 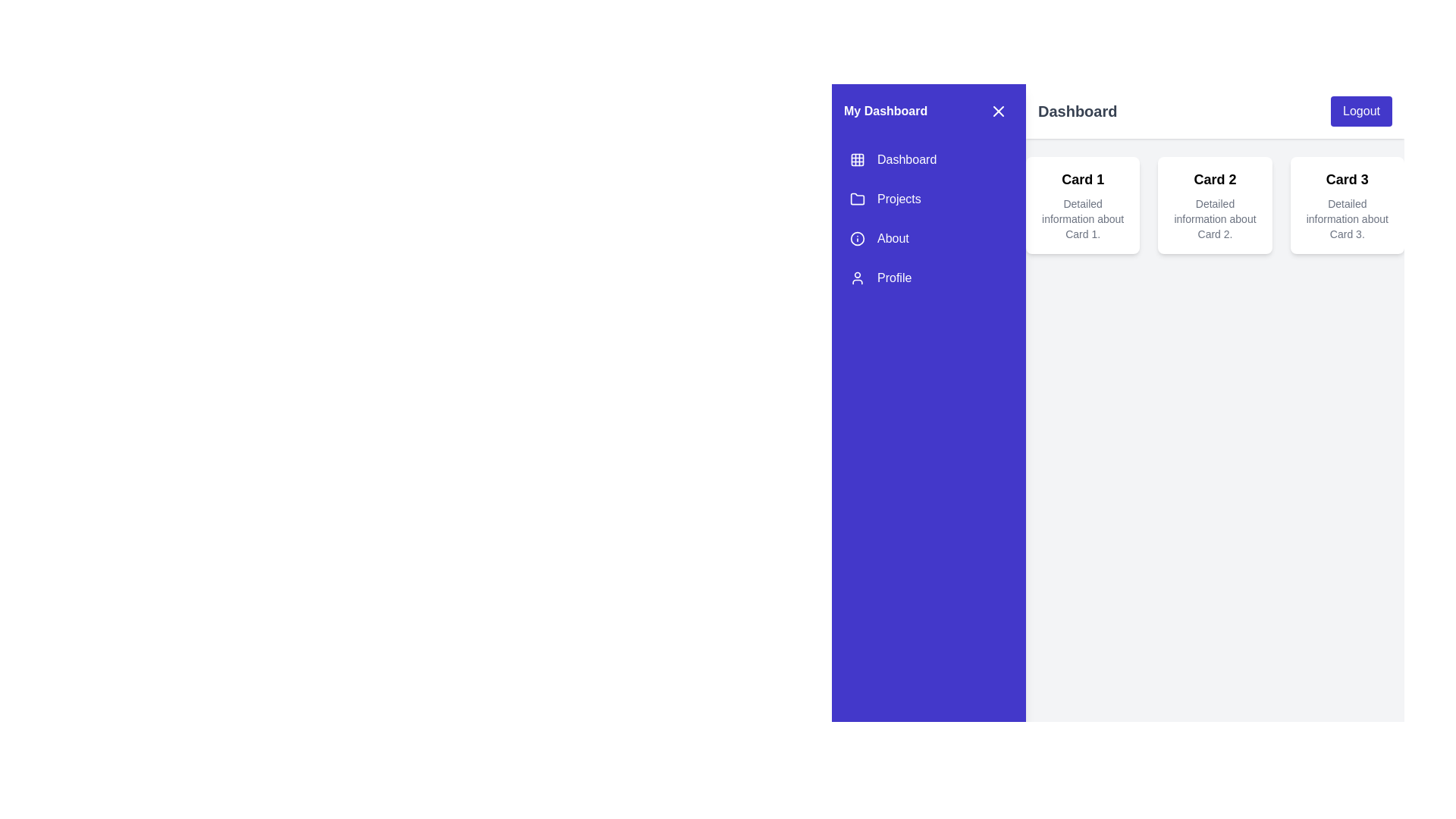 I want to click on the text element labeled 'Card 1' located at the top-center of its card, which serves as a title for the card's content, so click(x=1082, y=178).